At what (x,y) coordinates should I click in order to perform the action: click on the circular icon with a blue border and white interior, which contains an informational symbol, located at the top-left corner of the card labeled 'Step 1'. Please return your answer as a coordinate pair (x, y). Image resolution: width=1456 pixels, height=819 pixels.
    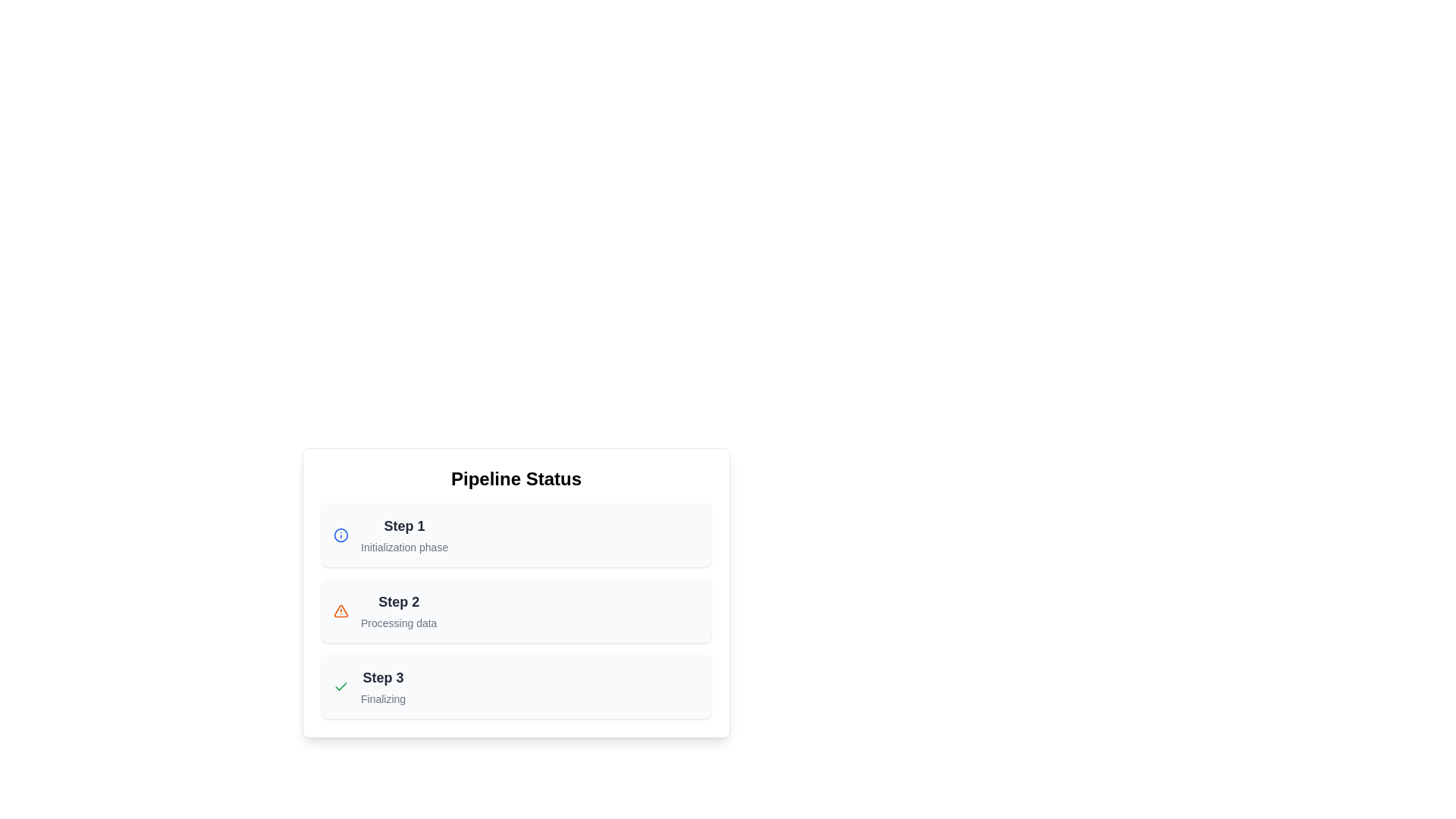
    Looking at the image, I should click on (340, 534).